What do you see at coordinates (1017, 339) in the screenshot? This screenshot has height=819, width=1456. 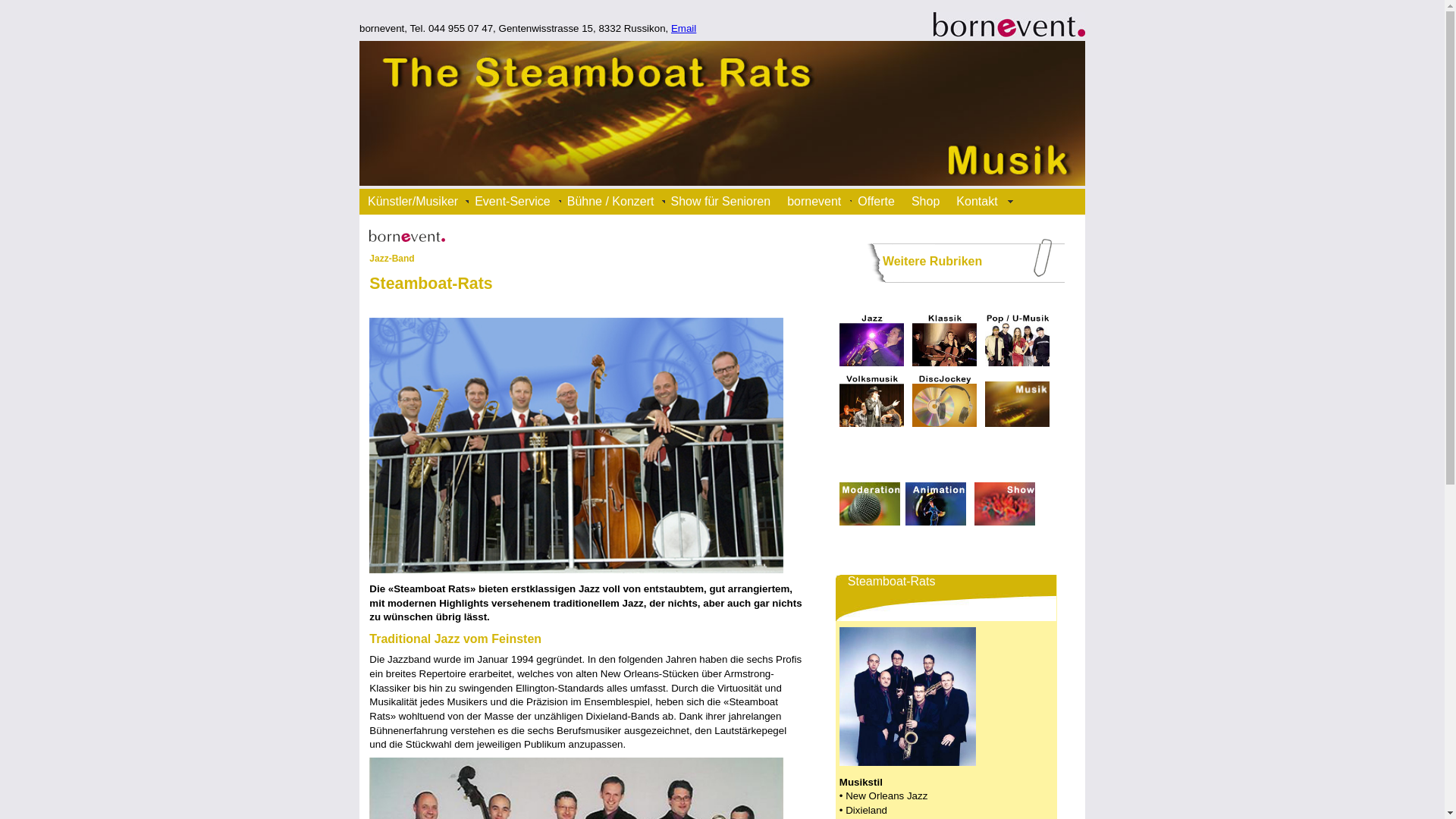 I see `'Pop-Musik - Unterhaltungsmusik'` at bounding box center [1017, 339].